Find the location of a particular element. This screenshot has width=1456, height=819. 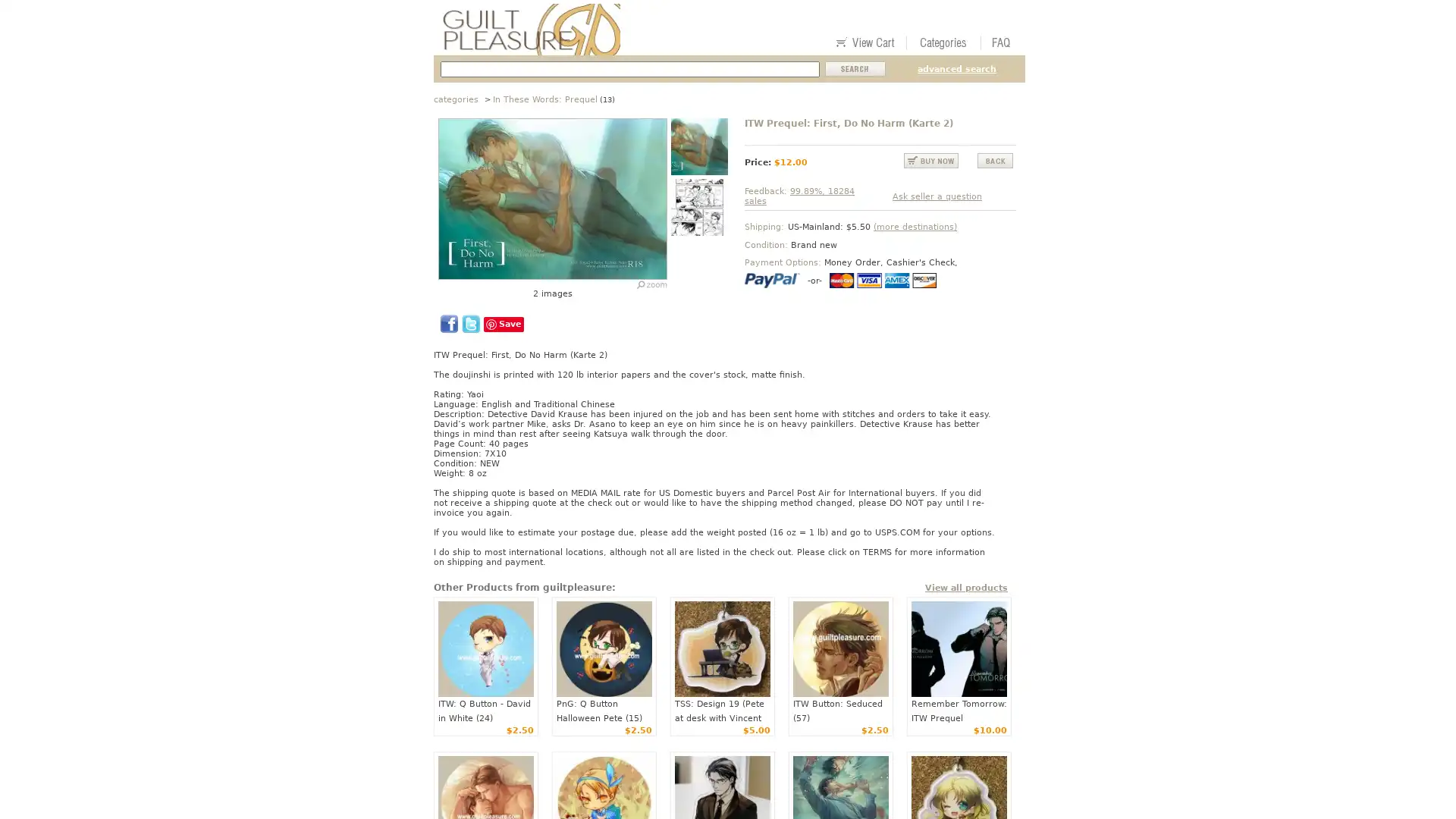

Submit is located at coordinates (855, 69).